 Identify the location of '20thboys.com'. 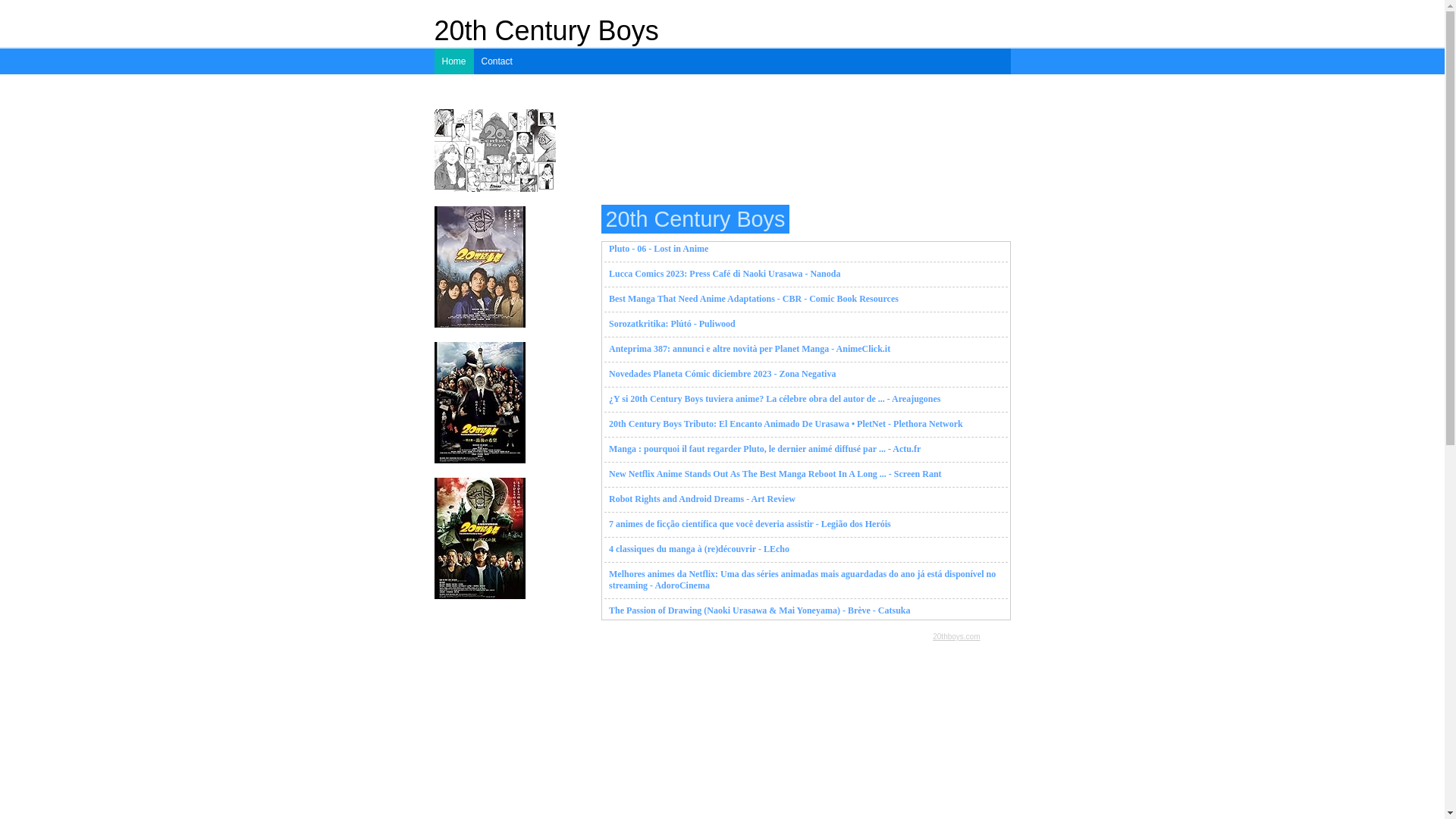
(955, 636).